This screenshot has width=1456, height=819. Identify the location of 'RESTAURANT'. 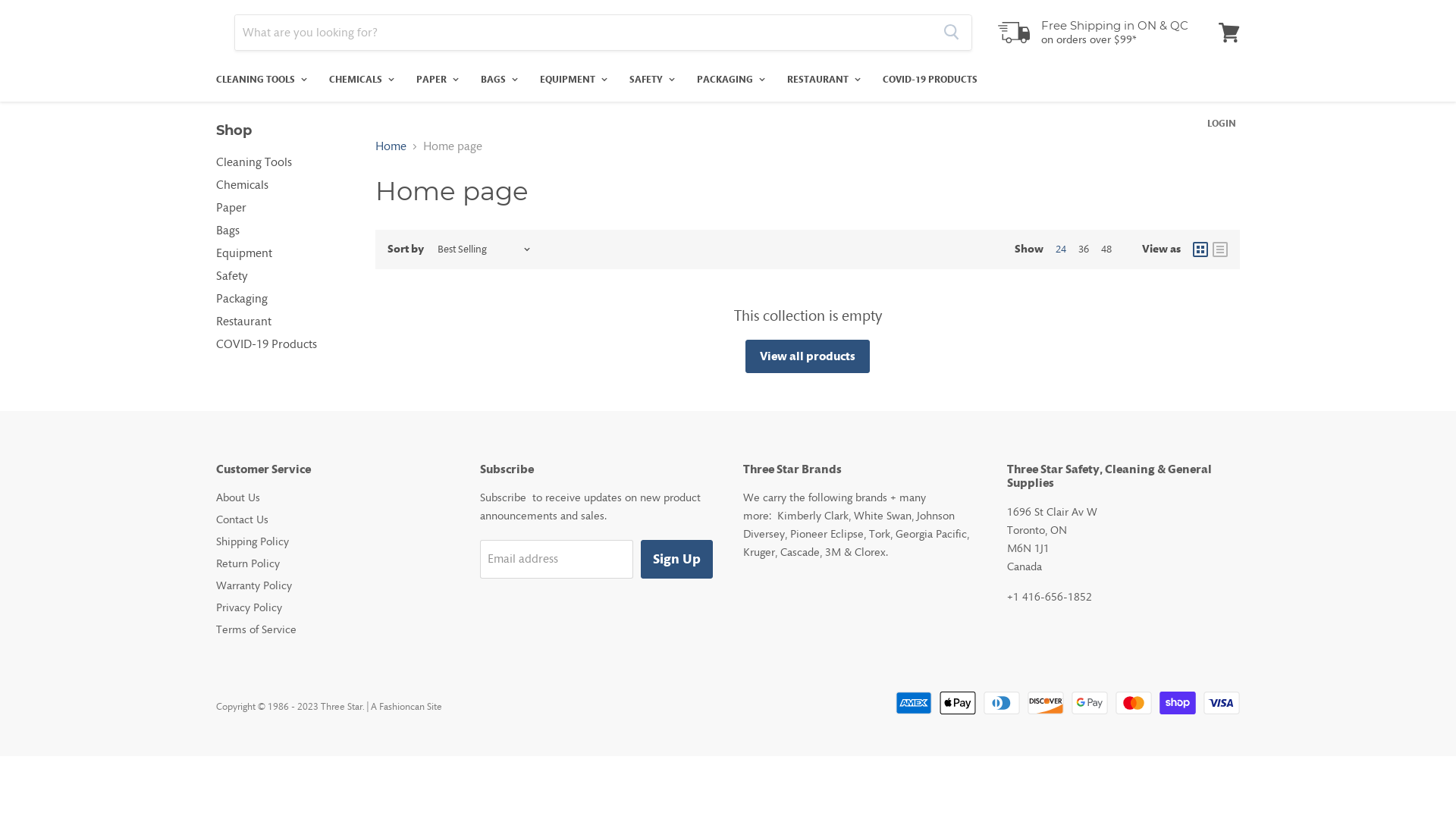
(821, 79).